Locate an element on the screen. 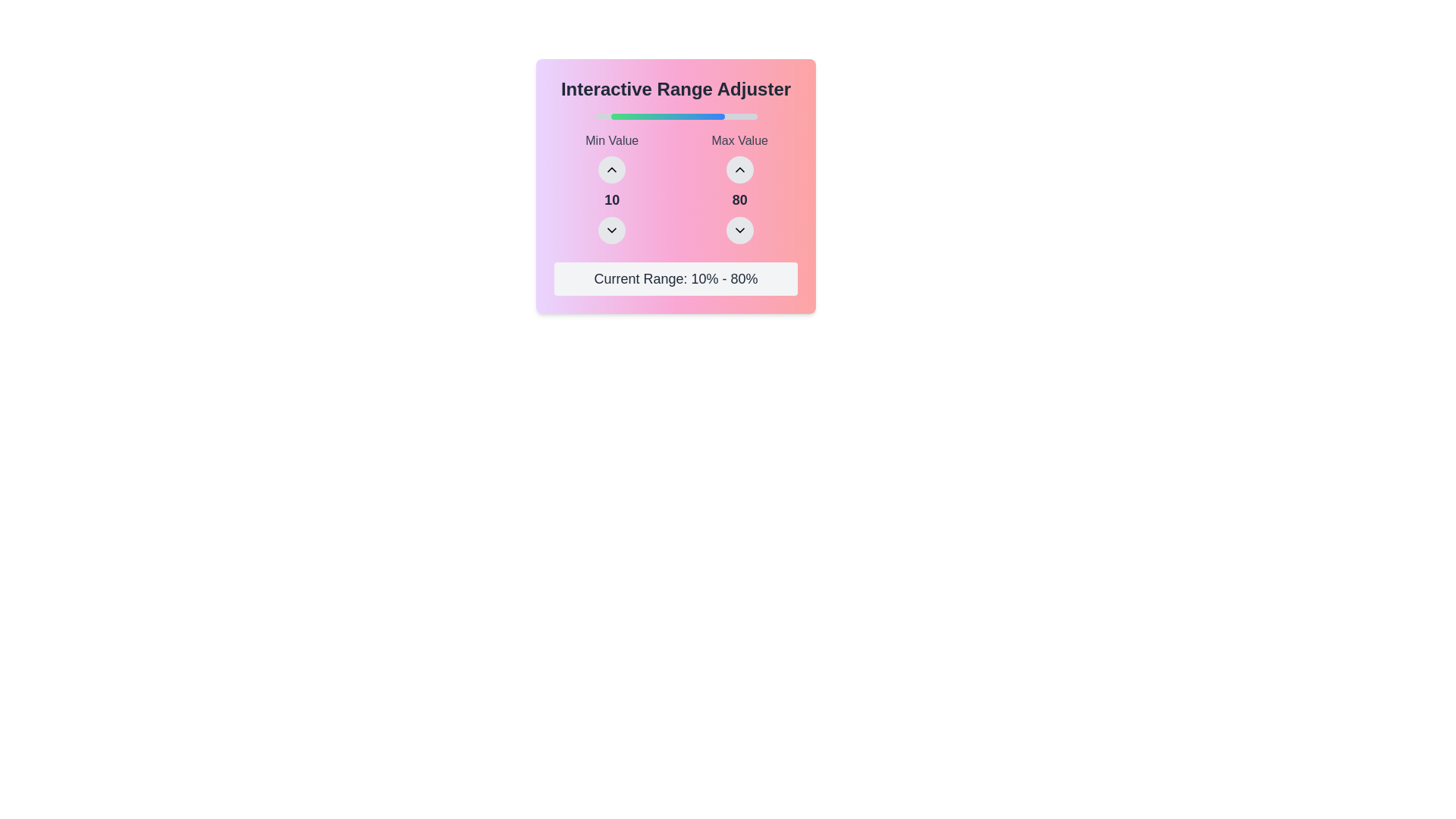 The width and height of the screenshot is (1456, 819). the 'Min Value' increment button located below the 'Min Value' label and above the numerical value '10' is located at coordinates (612, 169).